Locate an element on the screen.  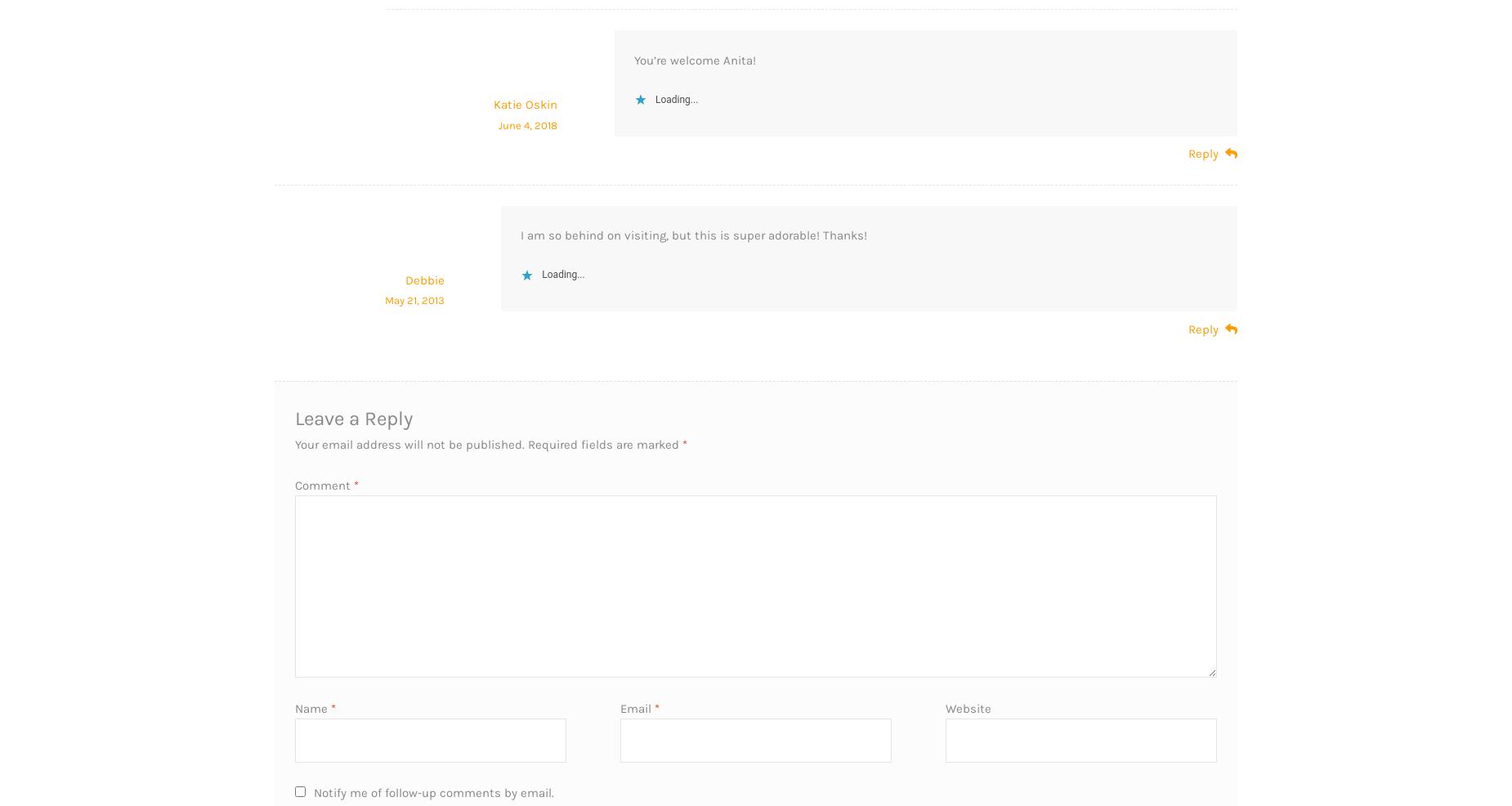
'Katie Oskin' is located at coordinates (526, 104).